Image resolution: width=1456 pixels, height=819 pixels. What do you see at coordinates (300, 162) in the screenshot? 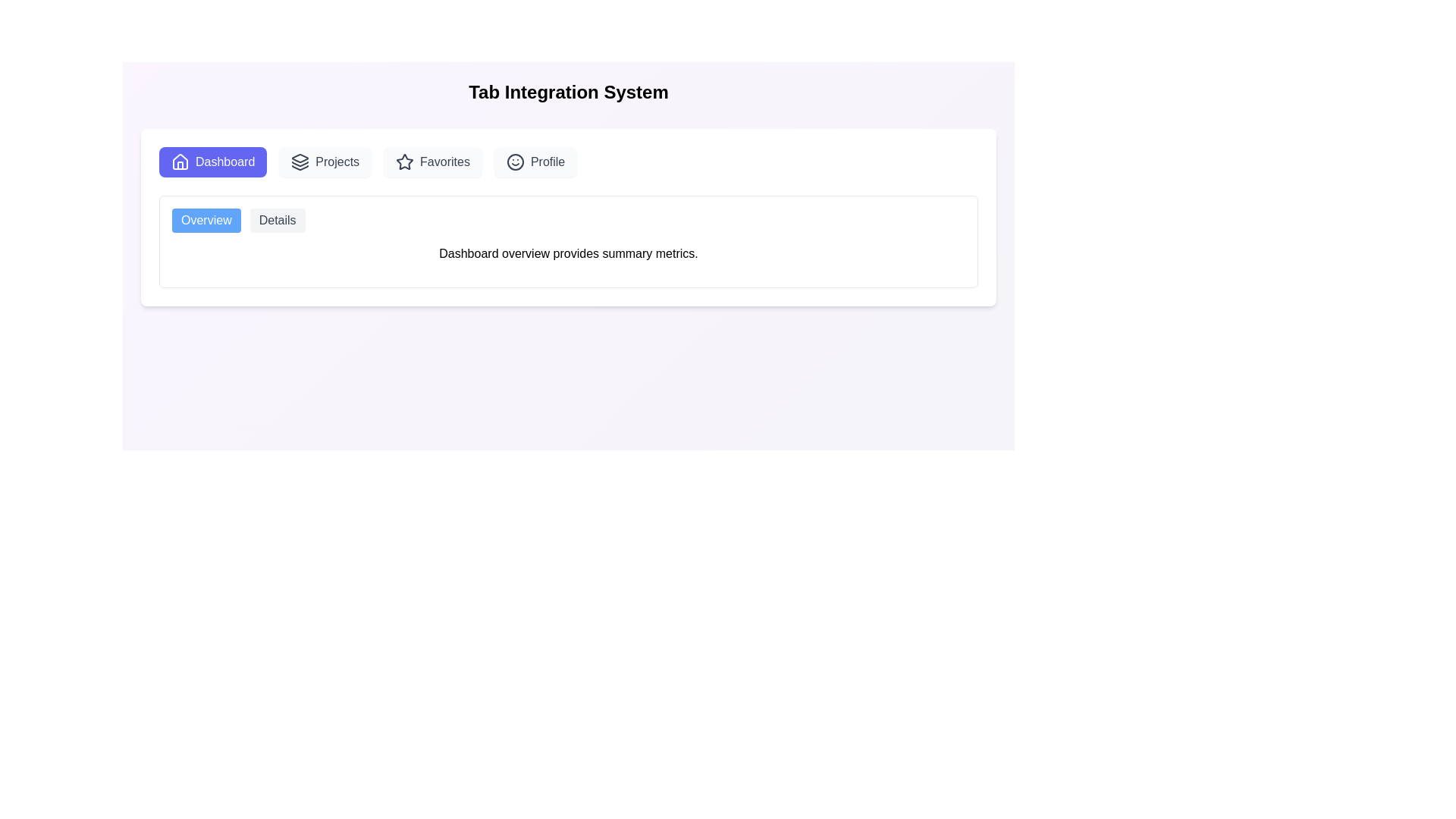
I see `the 'Projects' icon located in the navigation bar, positioned second from the left among four buttons labeled 'Dashboard', 'Projects', 'Favorites', and 'Profile'` at bounding box center [300, 162].